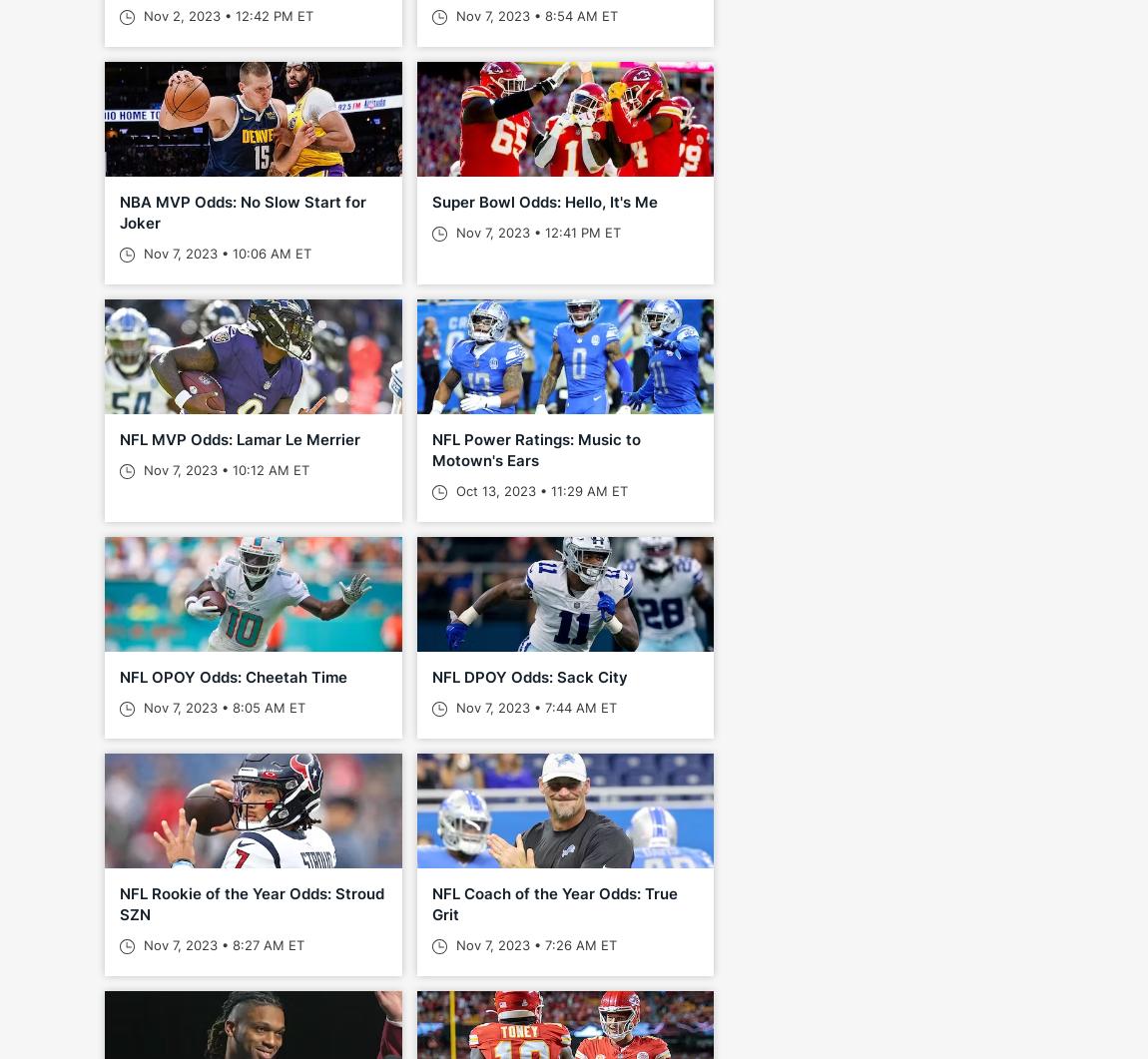  I want to click on 'Nov 7, 2023 • 12:41 PM ET', so click(535, 231).